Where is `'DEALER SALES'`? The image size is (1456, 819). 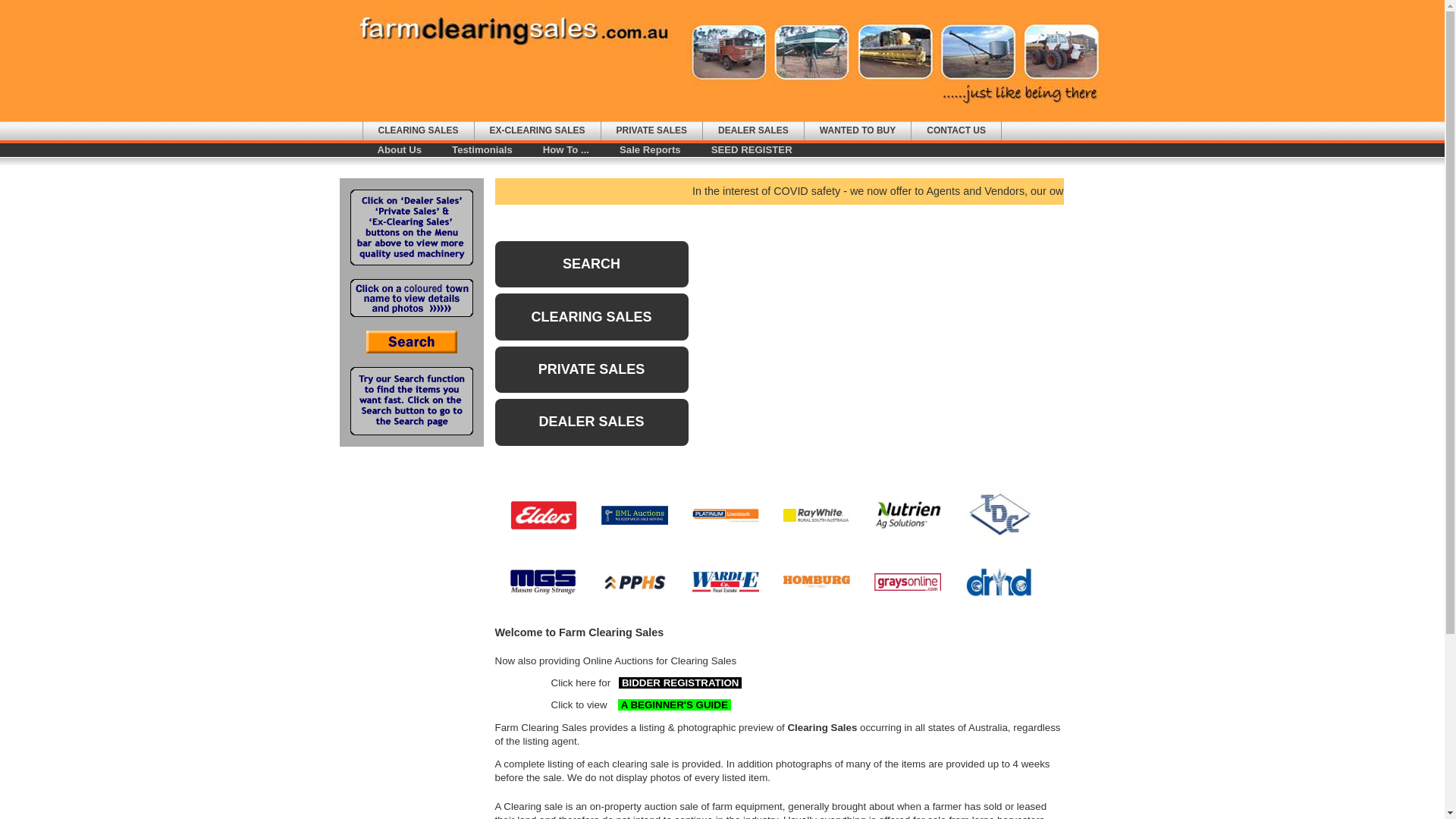
'DEALER SALES' is located at coordinates (590, 422).